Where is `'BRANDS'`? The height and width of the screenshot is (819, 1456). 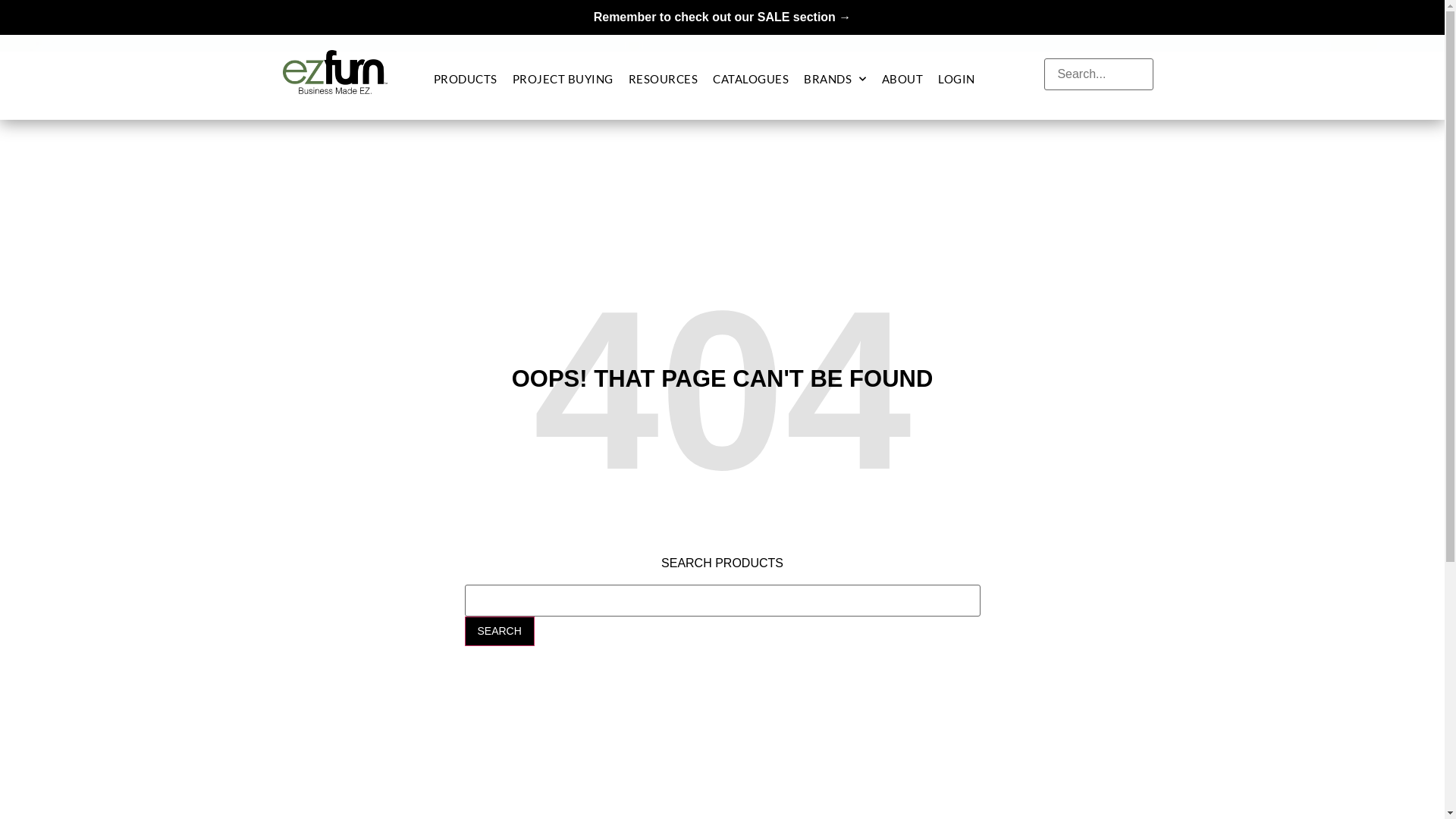 'BRANDS' is located at coordinates (803, 79).